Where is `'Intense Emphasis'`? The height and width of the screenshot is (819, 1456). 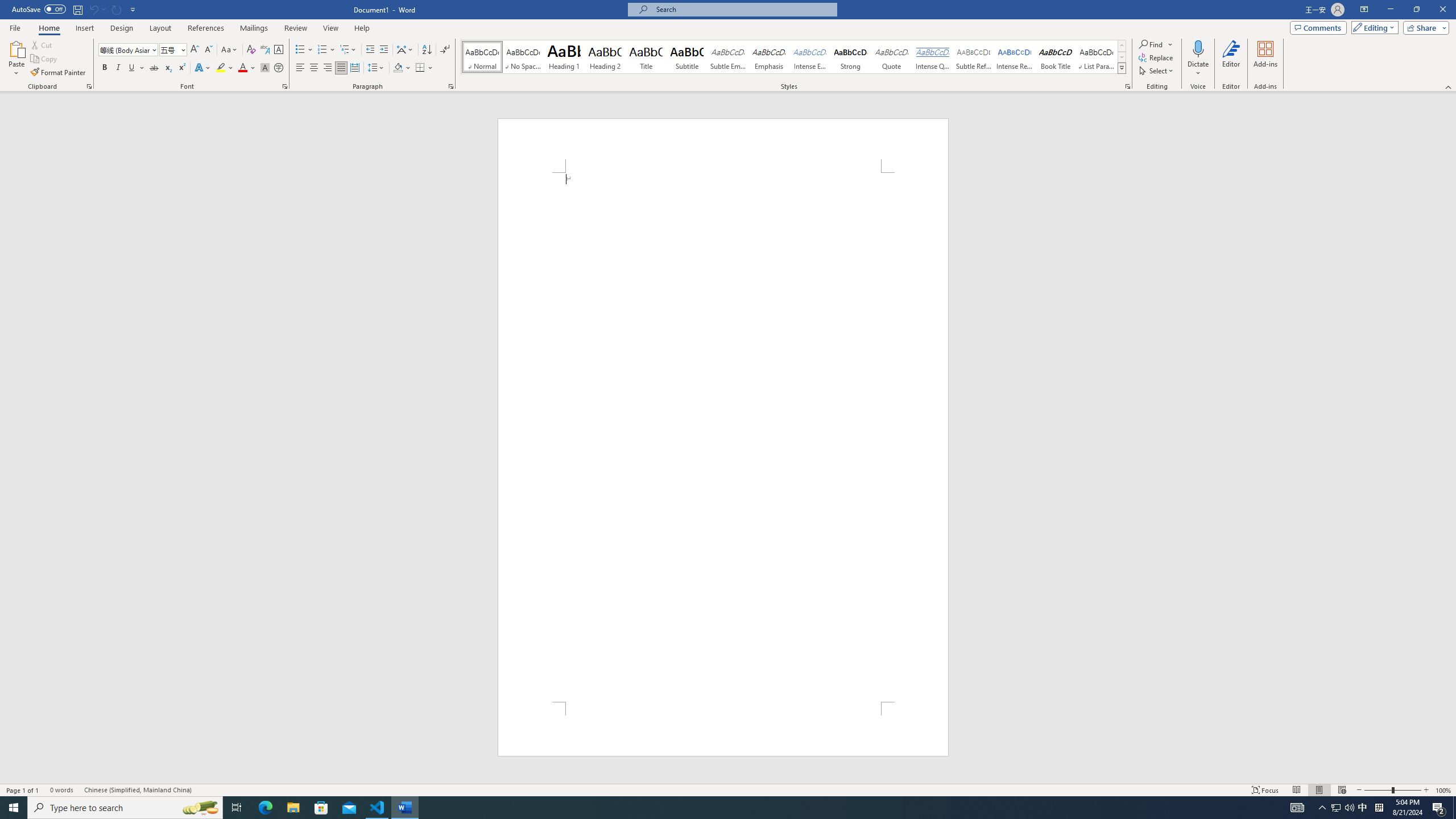 'Intense Emphasis' is located at coordinates (809, 56).